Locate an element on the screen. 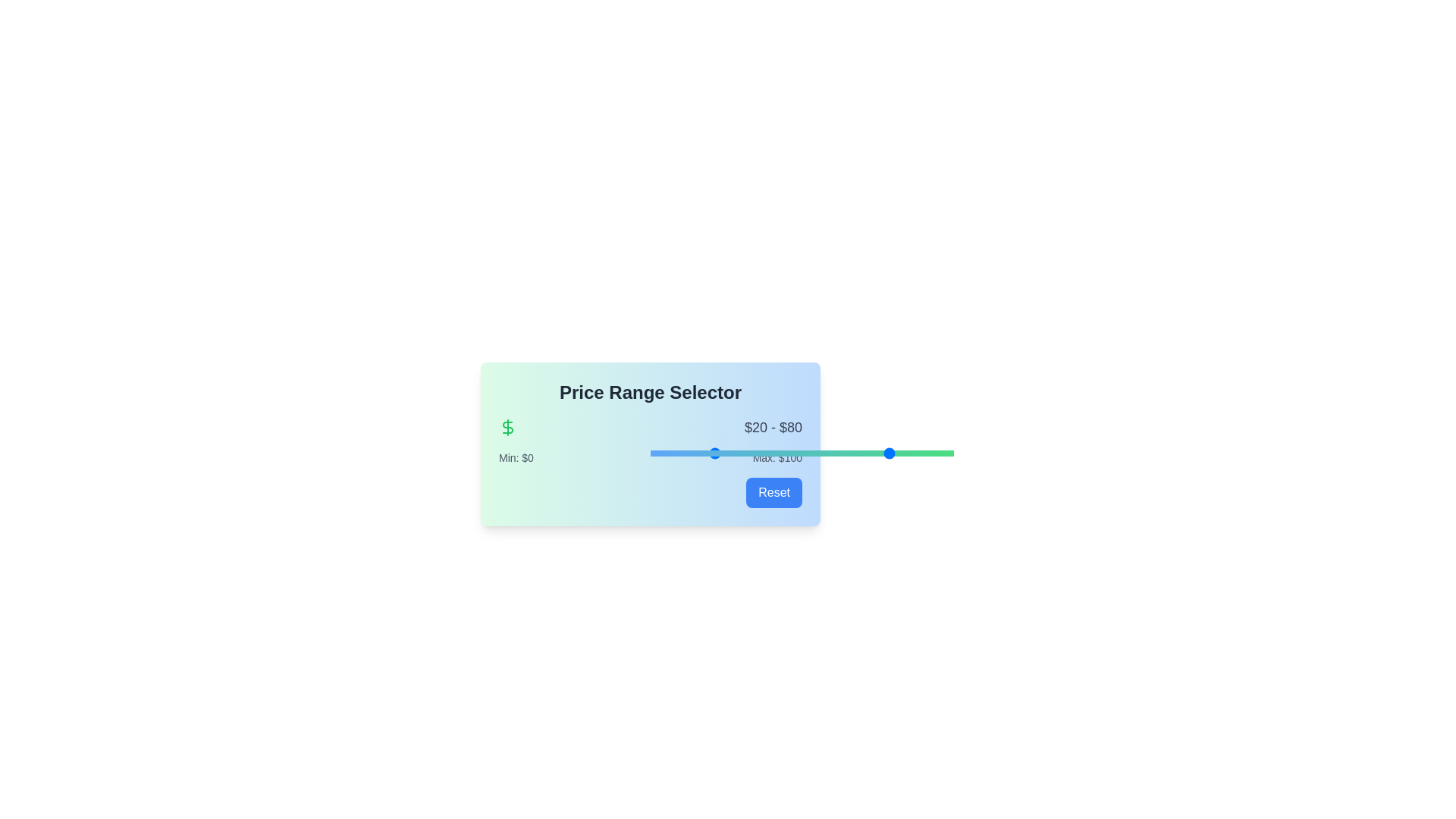 This screenshot has height=819, width=1456. the slider input located on the right side of the 'Price Range Selector' panel, beneath the numeric indicators '$20 - $80', to potentially view tooltips or feedback is located at coordinates (801, 452).